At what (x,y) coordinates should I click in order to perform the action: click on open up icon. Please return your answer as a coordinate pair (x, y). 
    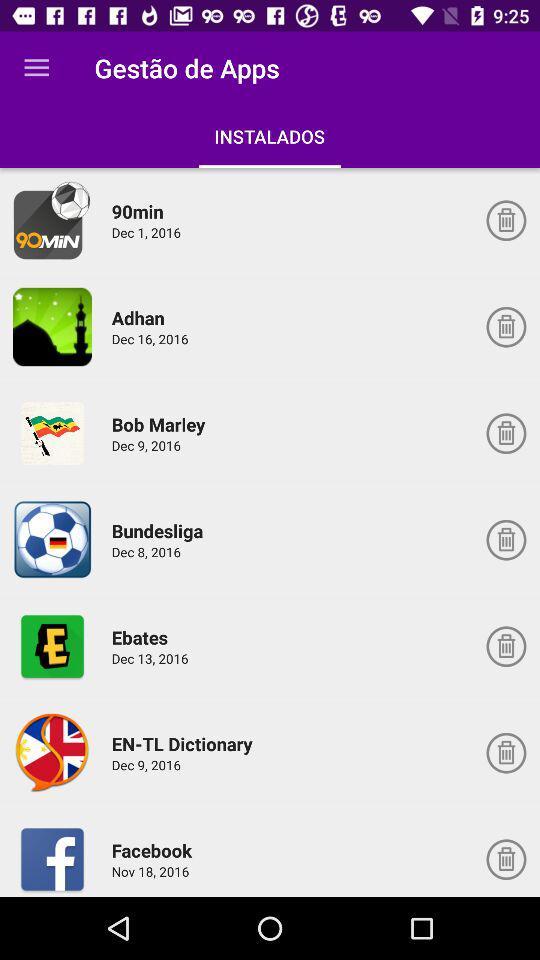
    Looking at the image, I should click on (52, 752).